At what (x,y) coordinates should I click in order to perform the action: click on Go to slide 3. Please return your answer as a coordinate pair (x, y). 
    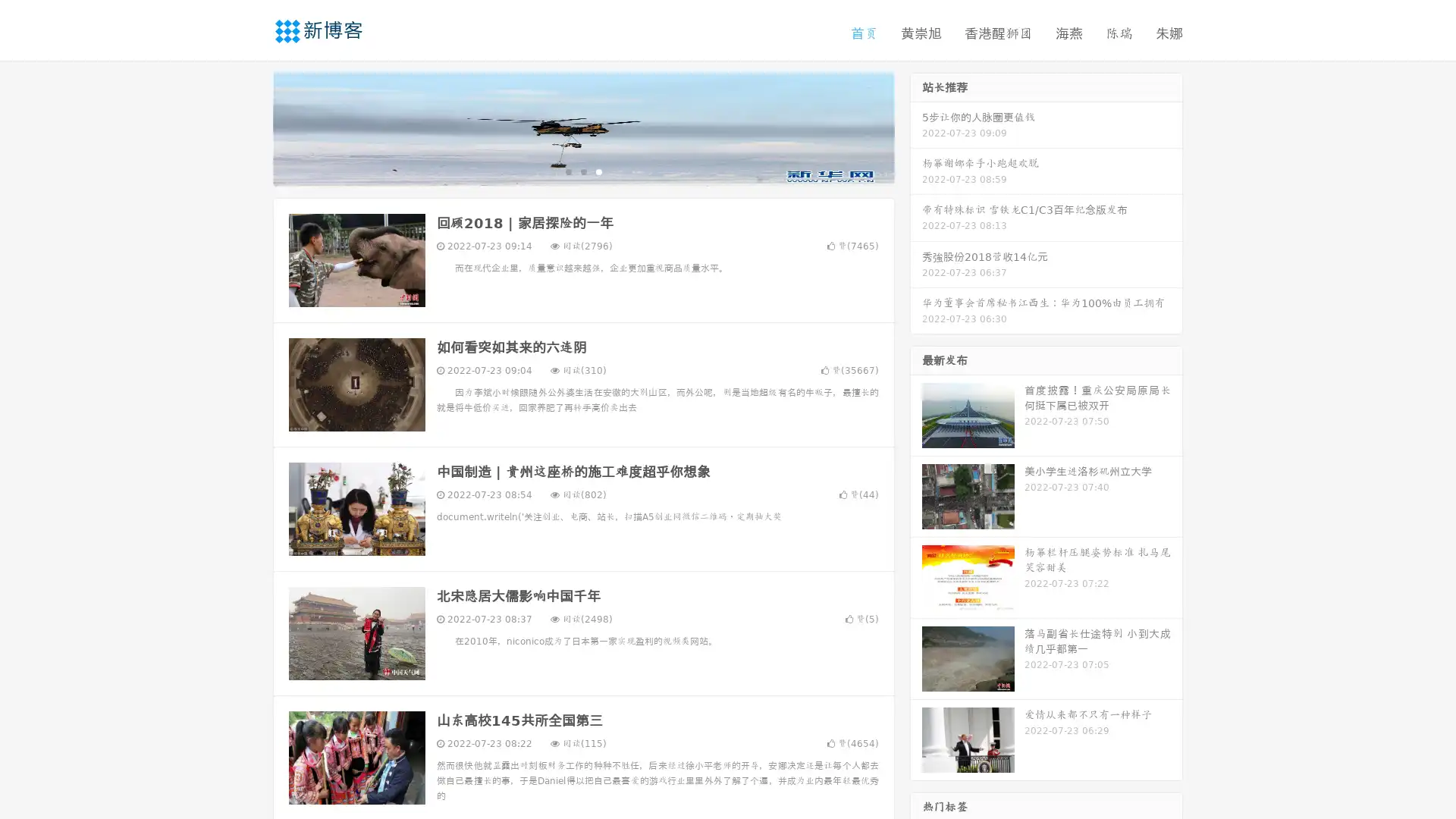
    Looking at the image, I should click on (598, 171).